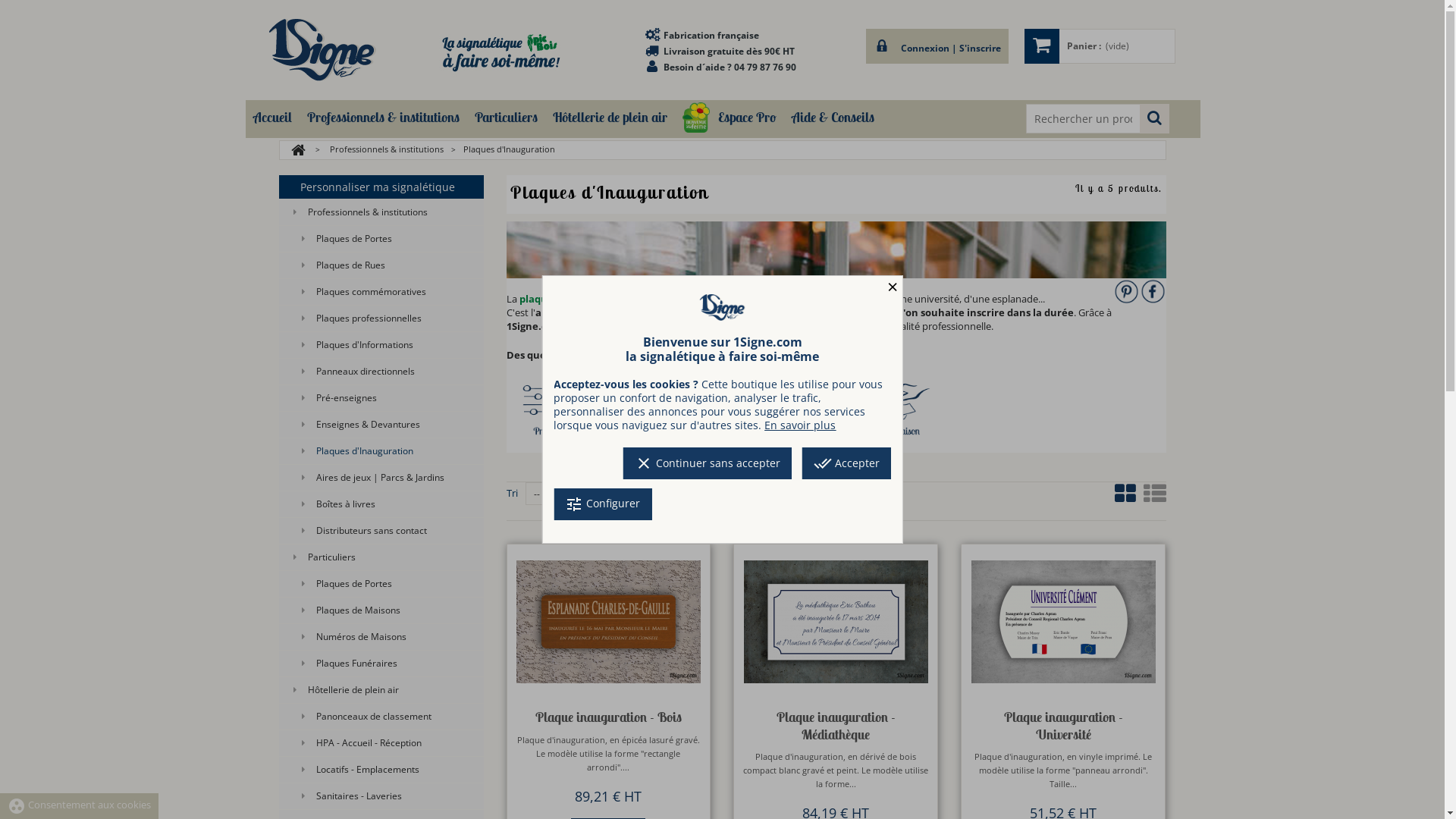 The image size is (1456, 819). I want to click on 'Enseignes & Devantures', so click(381, 424).